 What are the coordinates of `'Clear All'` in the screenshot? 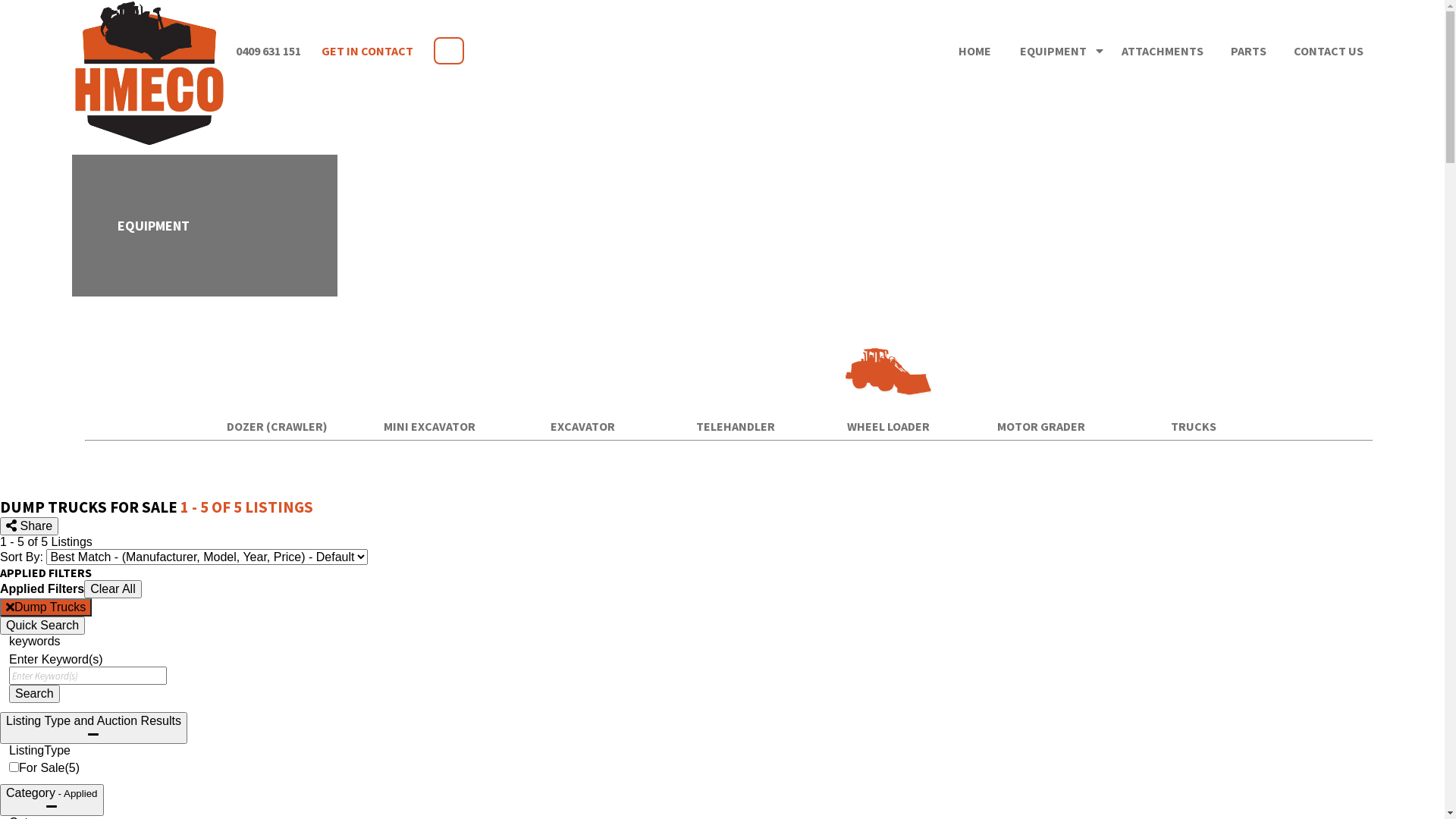 It's located at (111, 588).